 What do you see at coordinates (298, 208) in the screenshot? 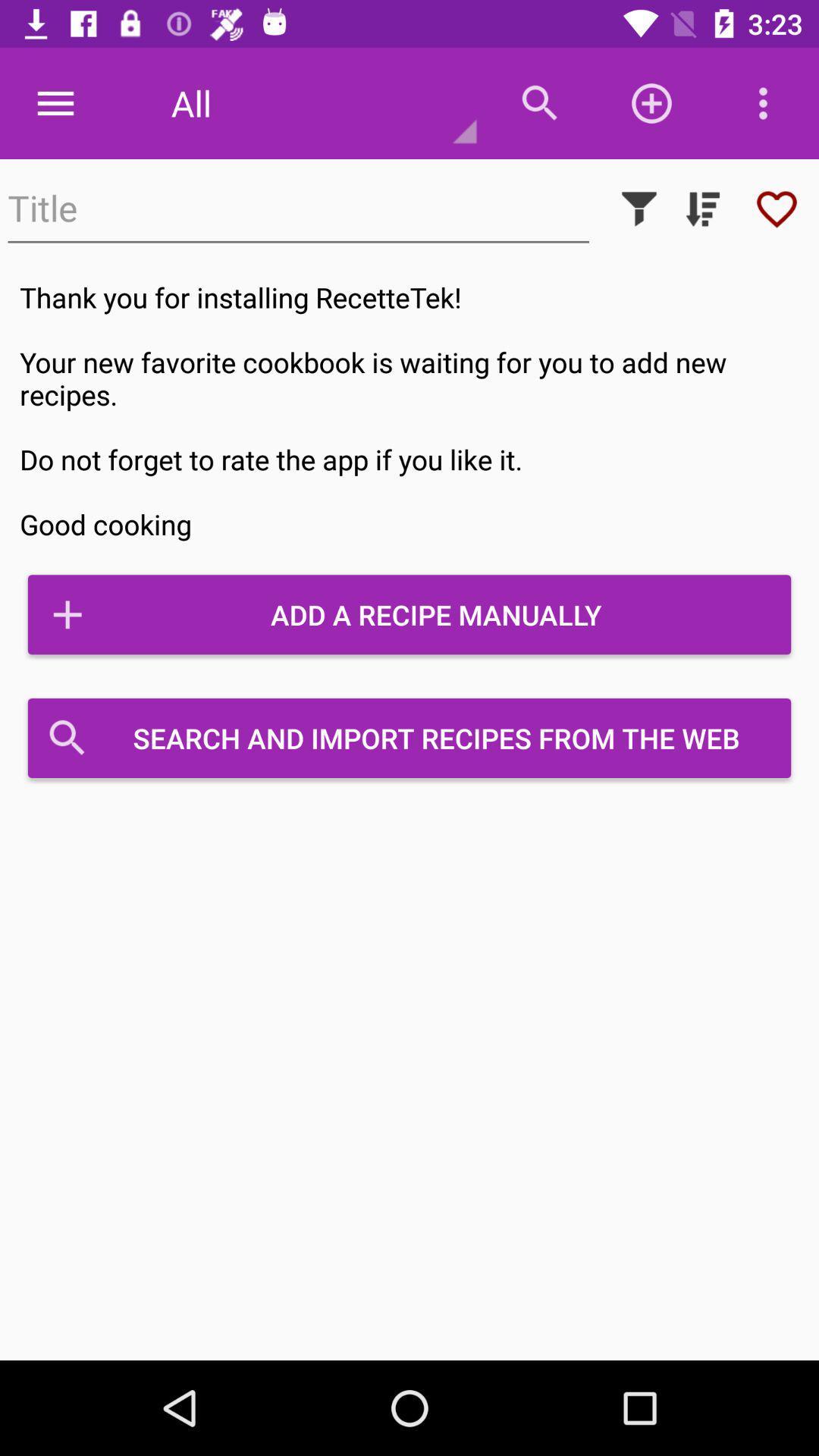
I see `a title` at bounding box center [298, 208].